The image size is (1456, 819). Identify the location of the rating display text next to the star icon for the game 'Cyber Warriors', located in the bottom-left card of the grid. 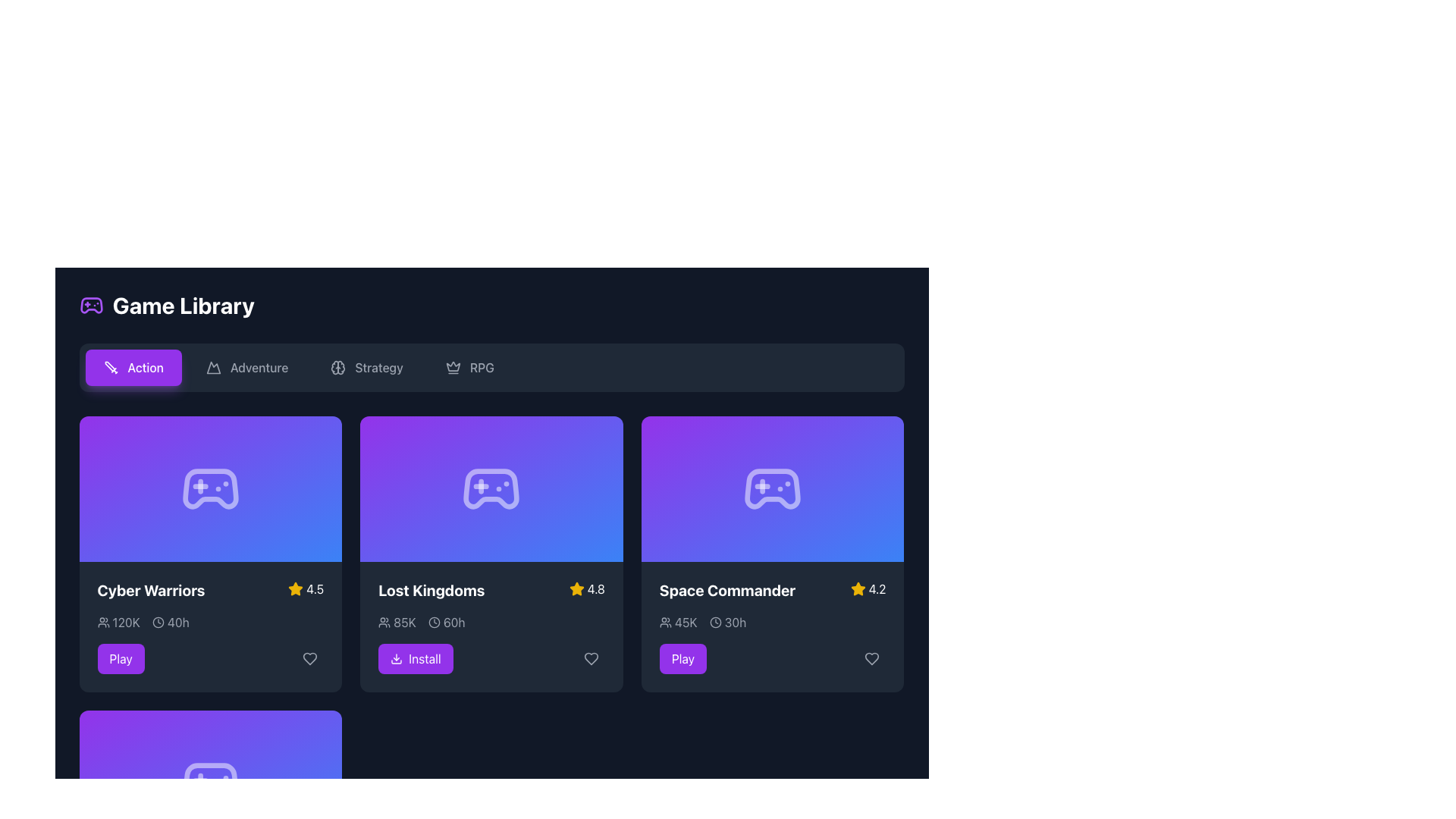
(305, 588).